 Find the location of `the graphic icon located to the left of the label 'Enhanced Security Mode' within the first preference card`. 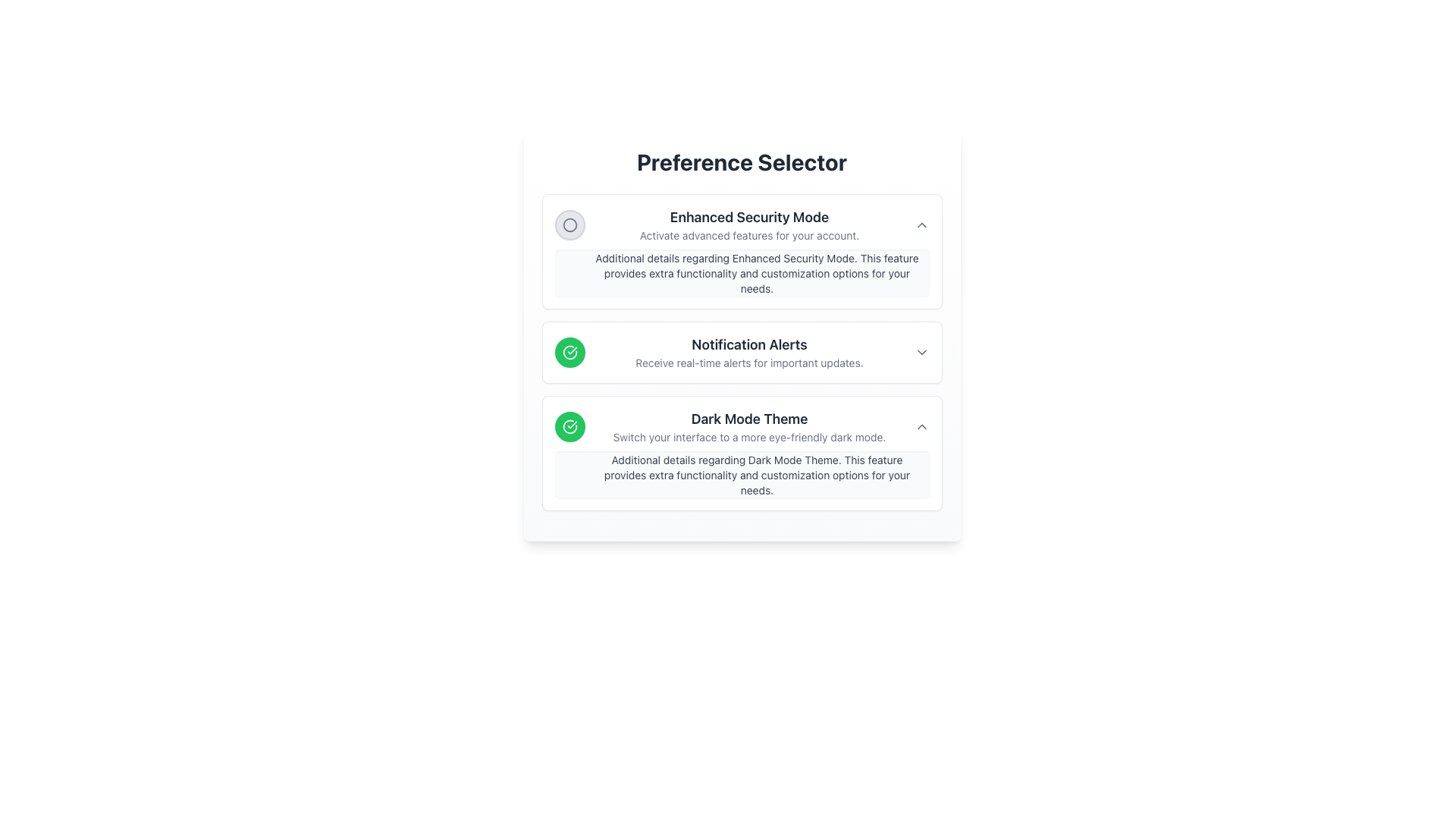

the graphic icon located to the left of the label 'Enhanced Security Mode' within the first preference card is located at coordinates (569, 225).